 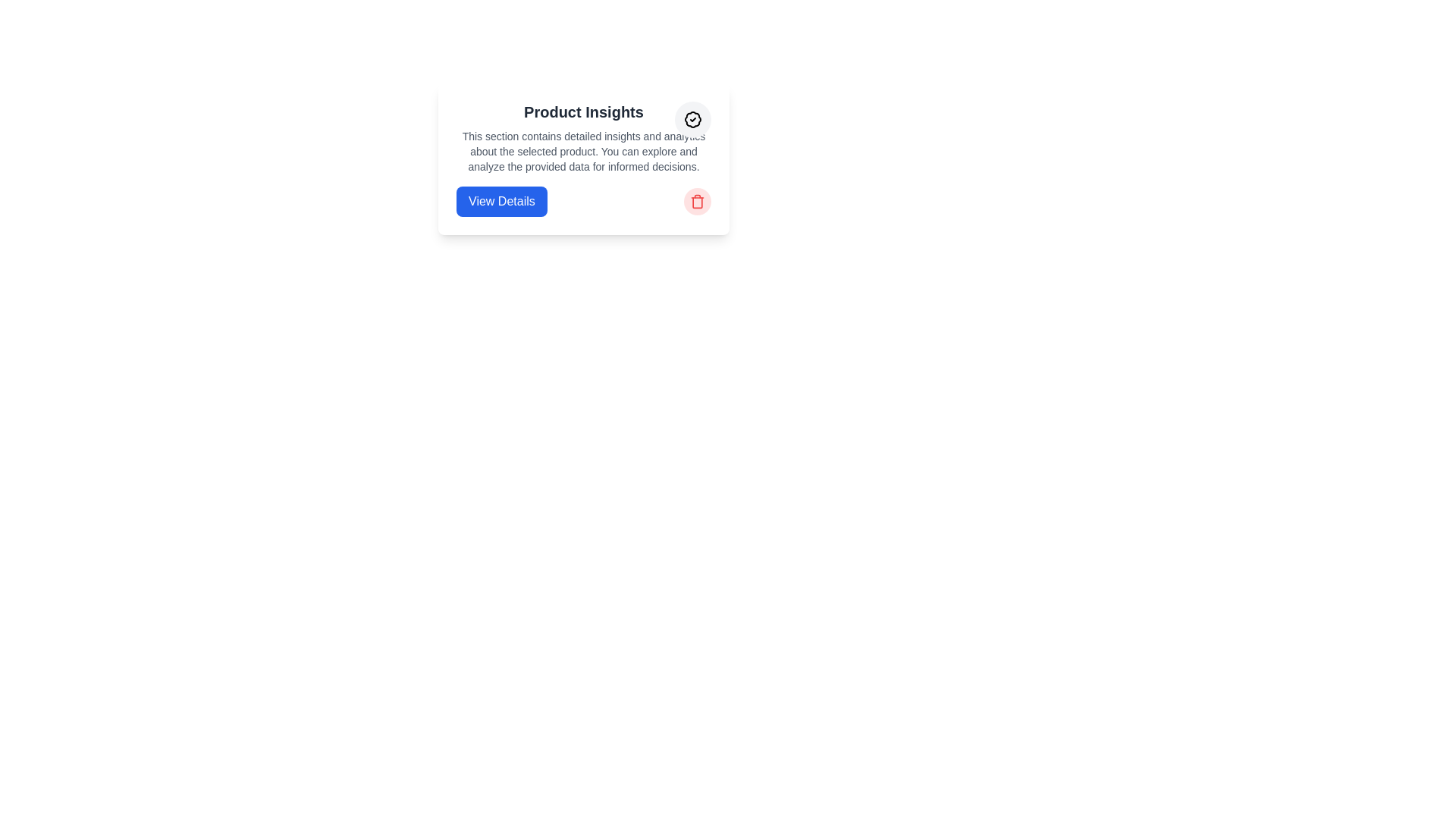 I want to click on the approval icon located in the top-right corner of the 'Product Insights' card, so click(x=692, y=119).